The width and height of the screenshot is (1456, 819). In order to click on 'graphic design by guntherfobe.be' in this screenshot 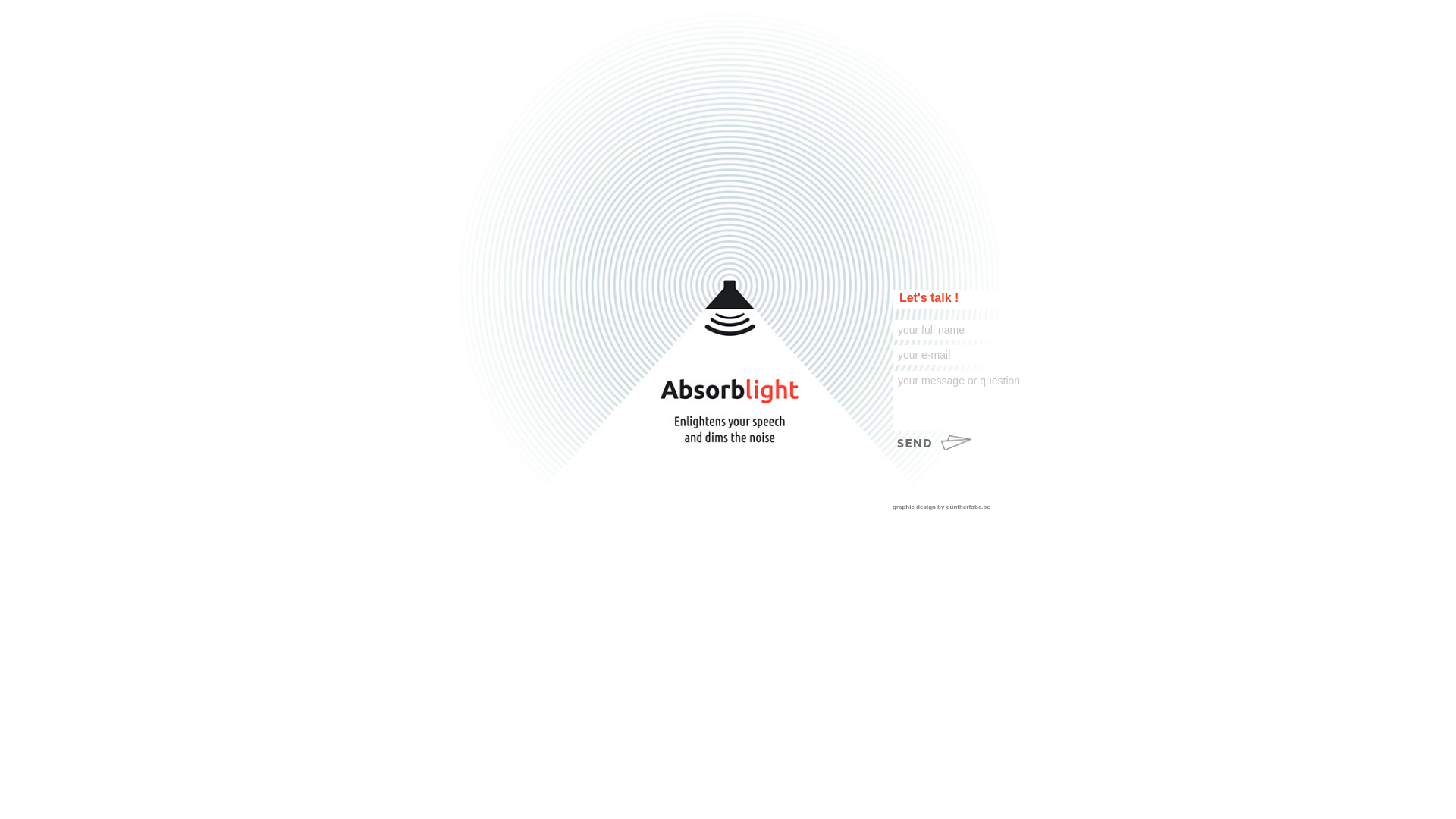, I will do `click(962, 507)`.